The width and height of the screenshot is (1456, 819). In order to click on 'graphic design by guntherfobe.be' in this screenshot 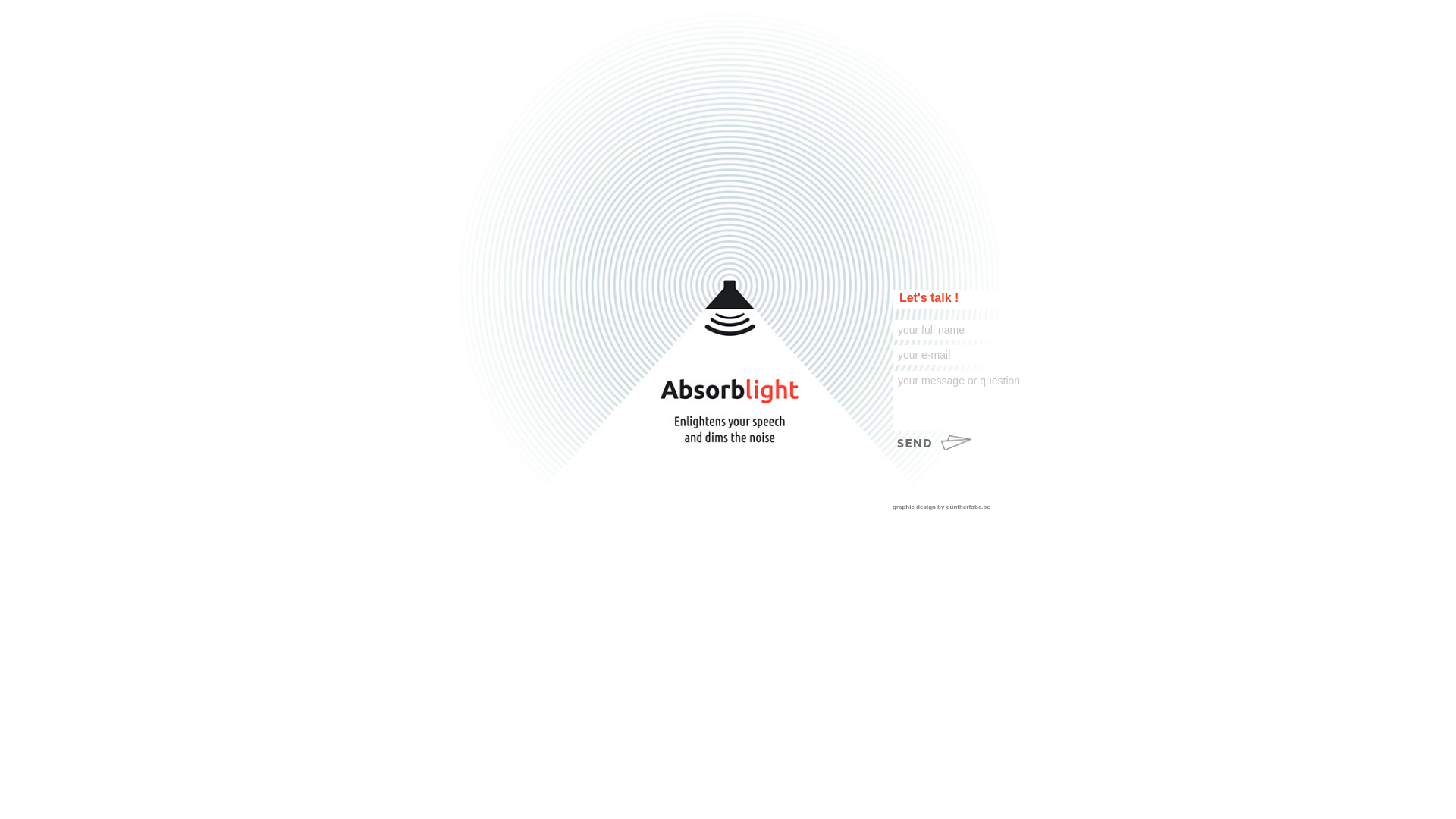, I will do `click(962, 507)`.